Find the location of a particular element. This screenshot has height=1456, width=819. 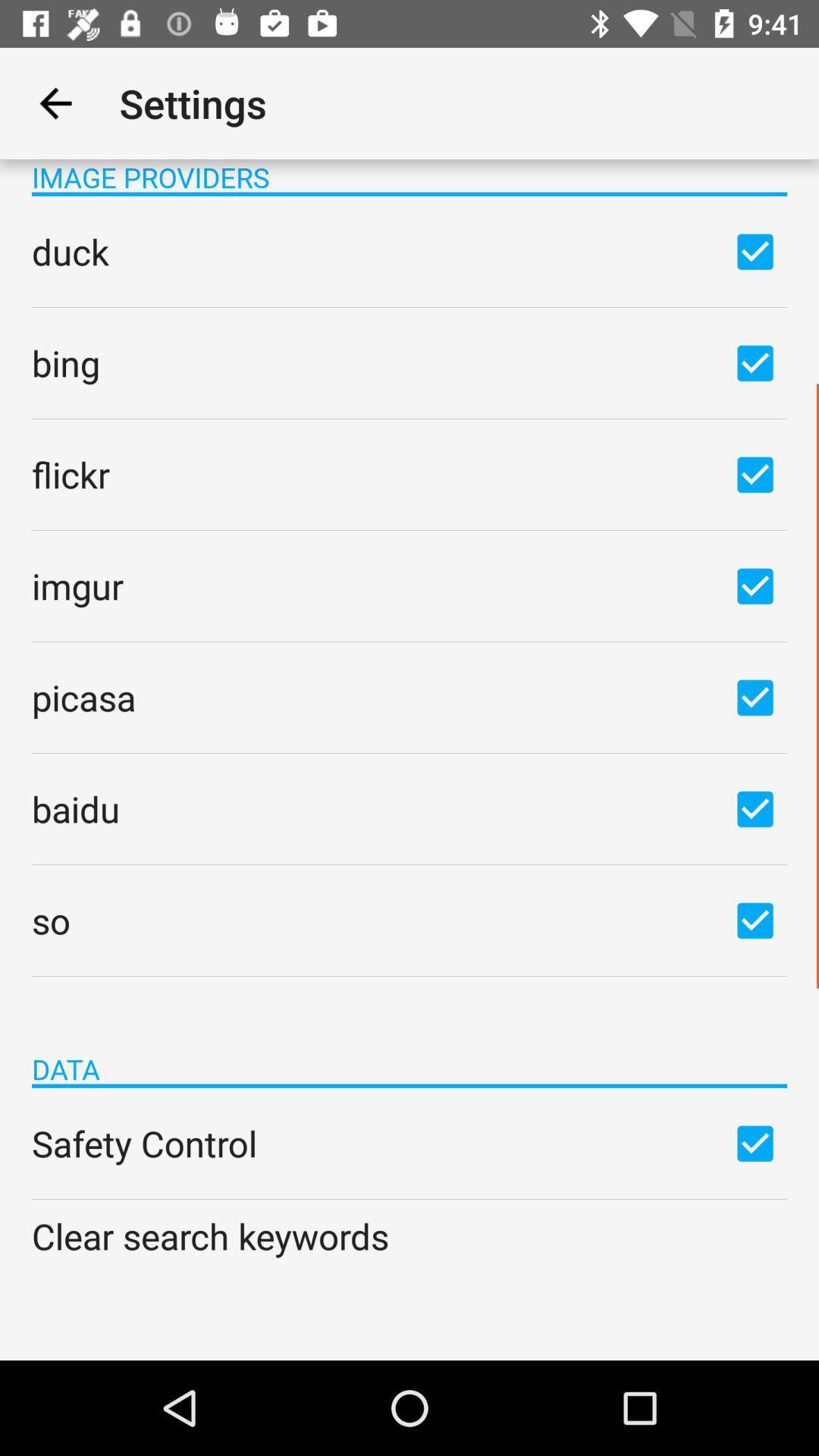

search option is located at coordinates (755, 696).